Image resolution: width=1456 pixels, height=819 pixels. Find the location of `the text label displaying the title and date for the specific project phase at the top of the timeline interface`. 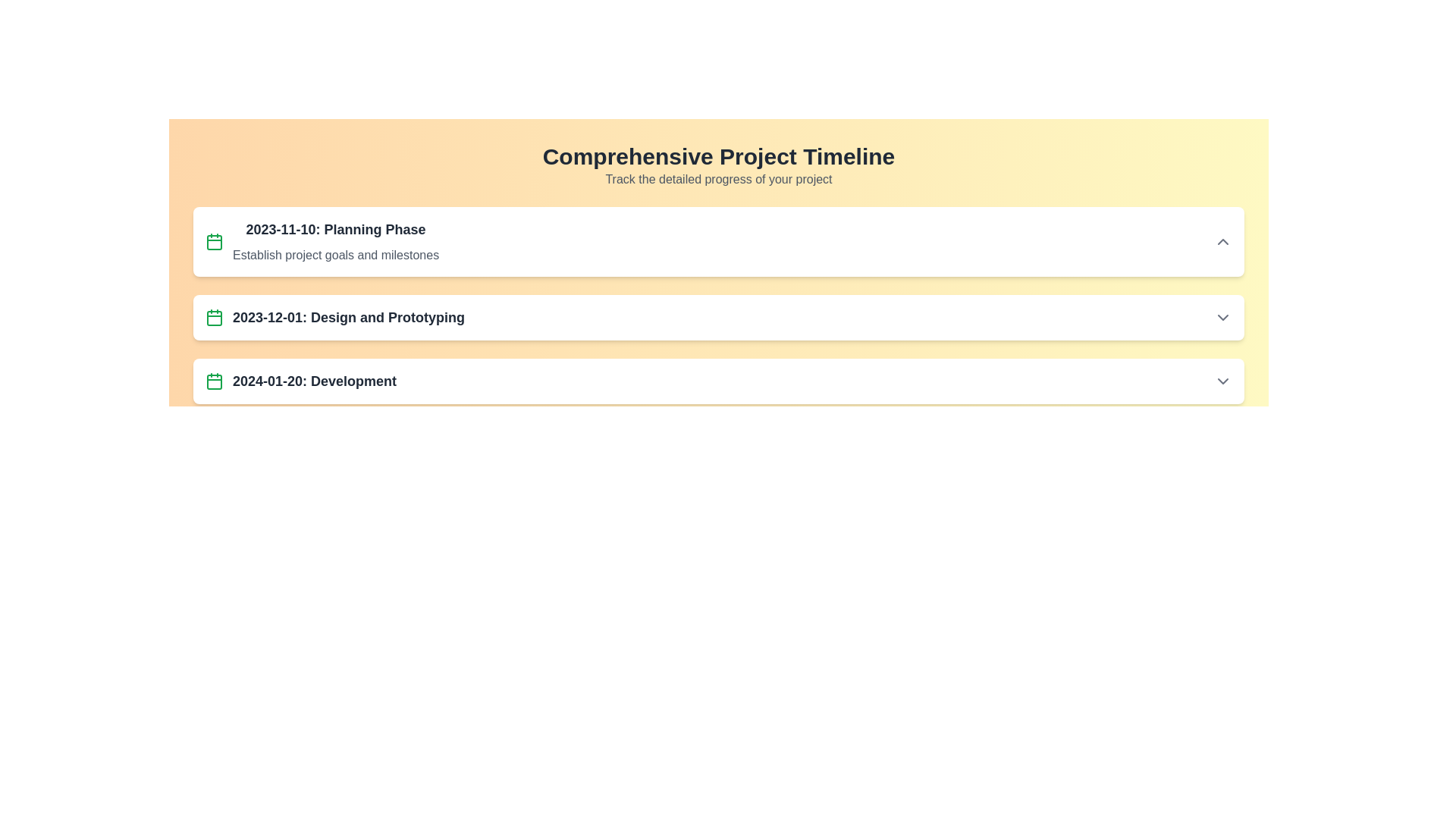

the text label displaying the title and date for the specific project phase at the top of the timeline interface is located at coordinates (335, 230).